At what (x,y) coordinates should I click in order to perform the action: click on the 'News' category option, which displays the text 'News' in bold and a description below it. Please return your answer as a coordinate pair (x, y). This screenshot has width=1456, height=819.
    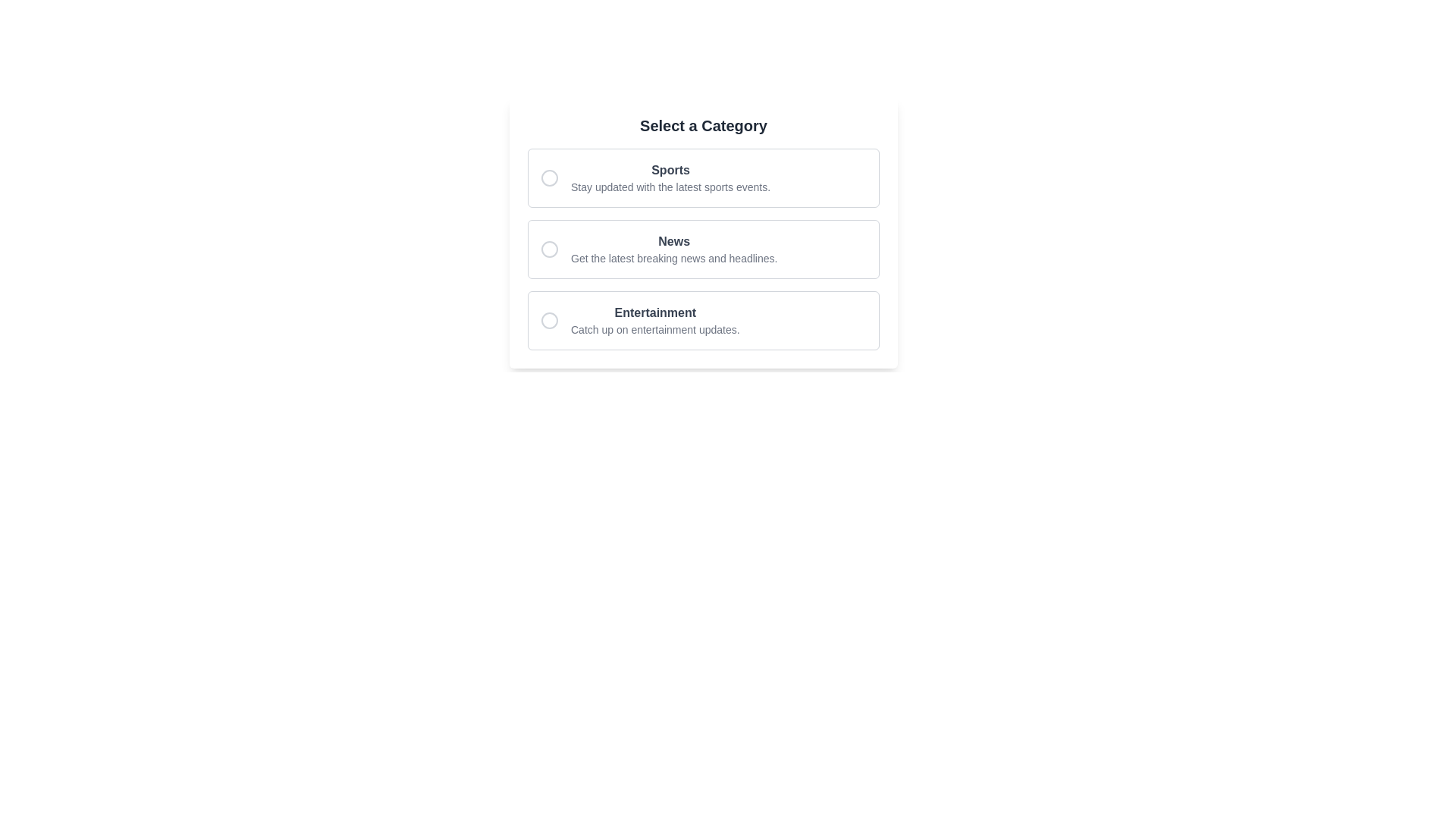
    Looking at the image, I should click on (673, 248).